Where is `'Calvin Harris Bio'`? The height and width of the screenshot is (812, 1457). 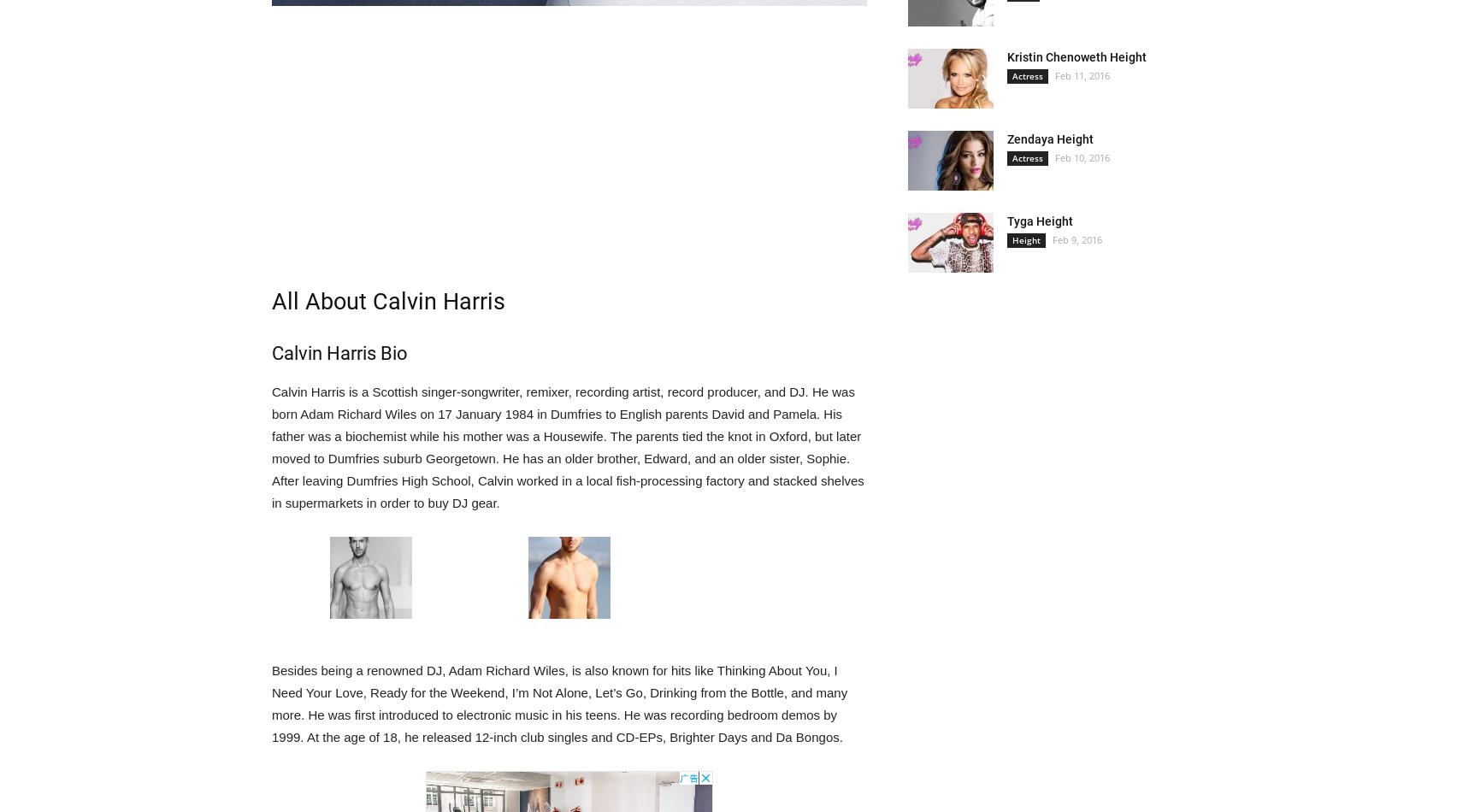
'Calvin Harris Bio' is located at coordinates (339, 352).